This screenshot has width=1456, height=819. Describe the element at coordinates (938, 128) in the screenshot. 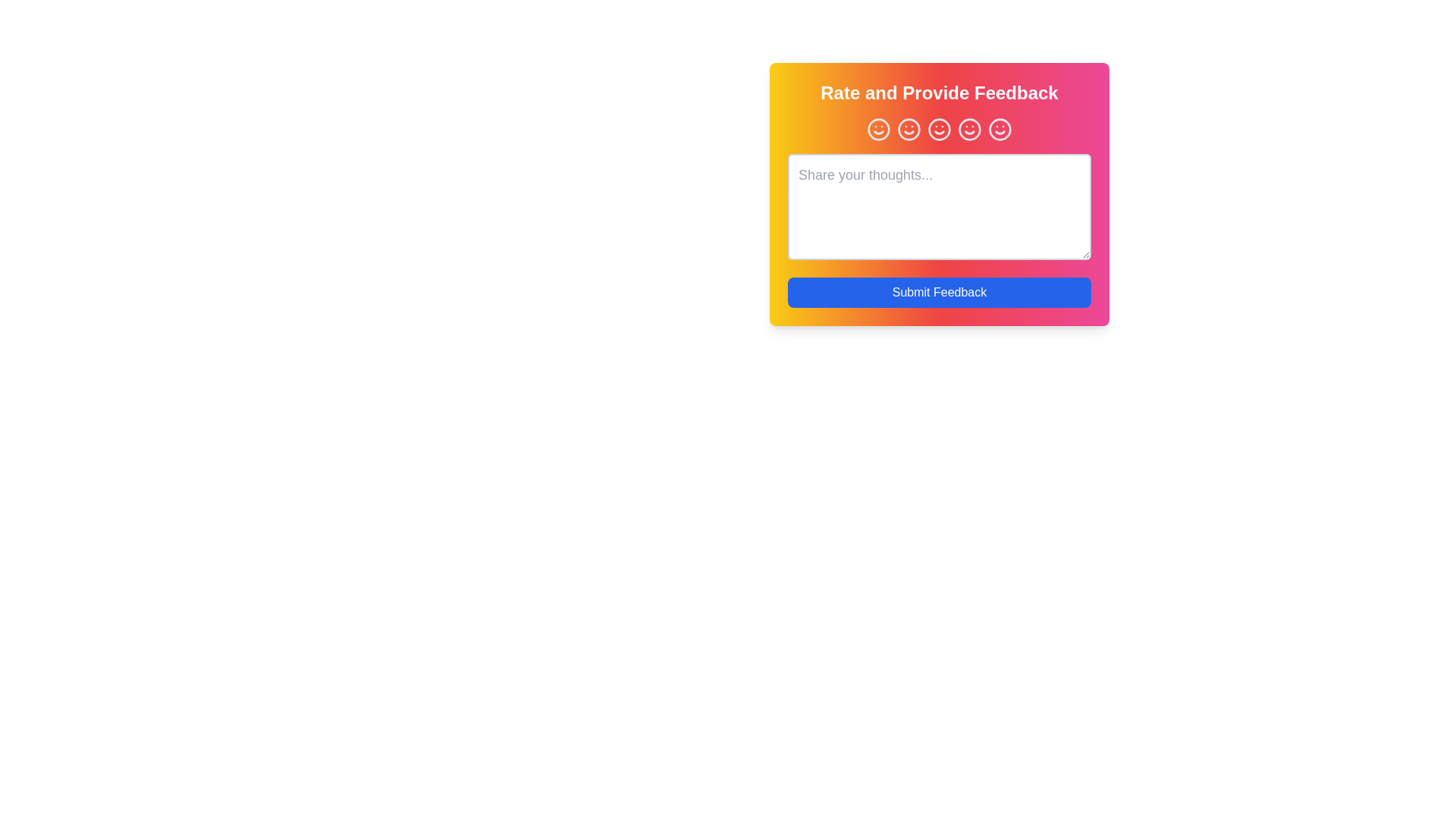

I see `the smiley face corresponding to the rating 3` at that location.